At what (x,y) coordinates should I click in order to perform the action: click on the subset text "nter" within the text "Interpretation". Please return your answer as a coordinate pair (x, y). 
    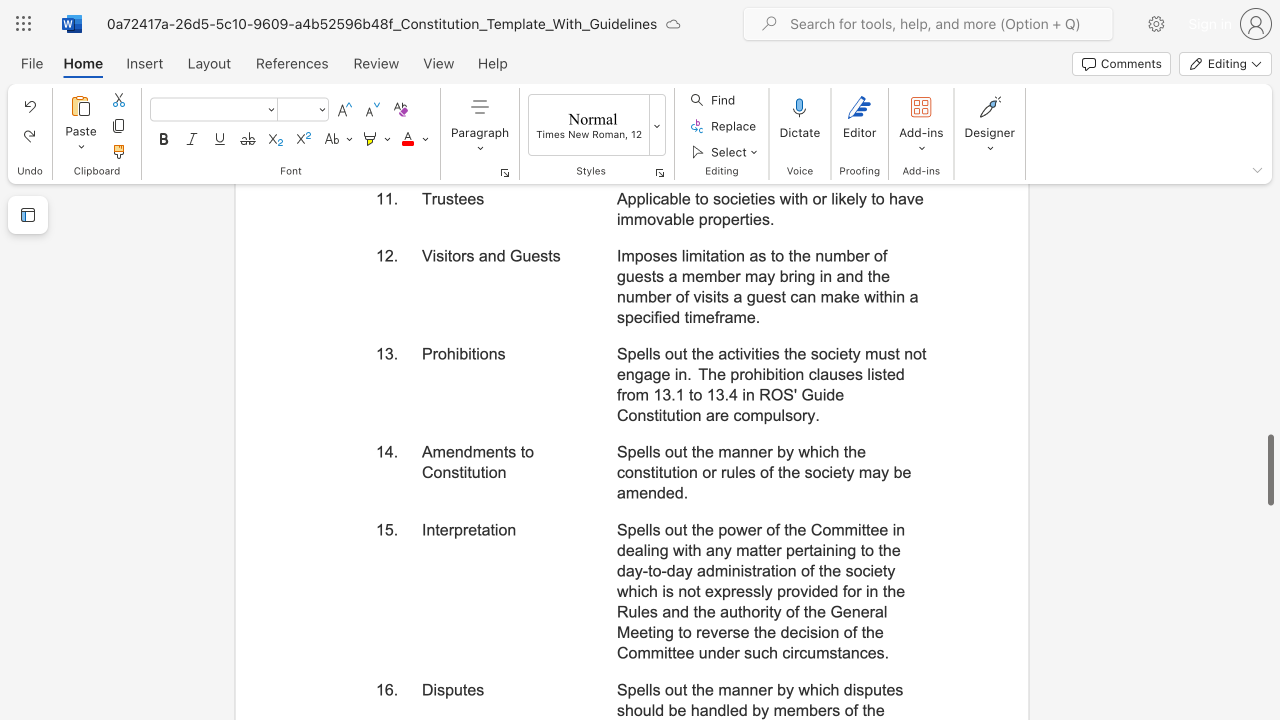
    Looking at the image, I should click on (425, 528).